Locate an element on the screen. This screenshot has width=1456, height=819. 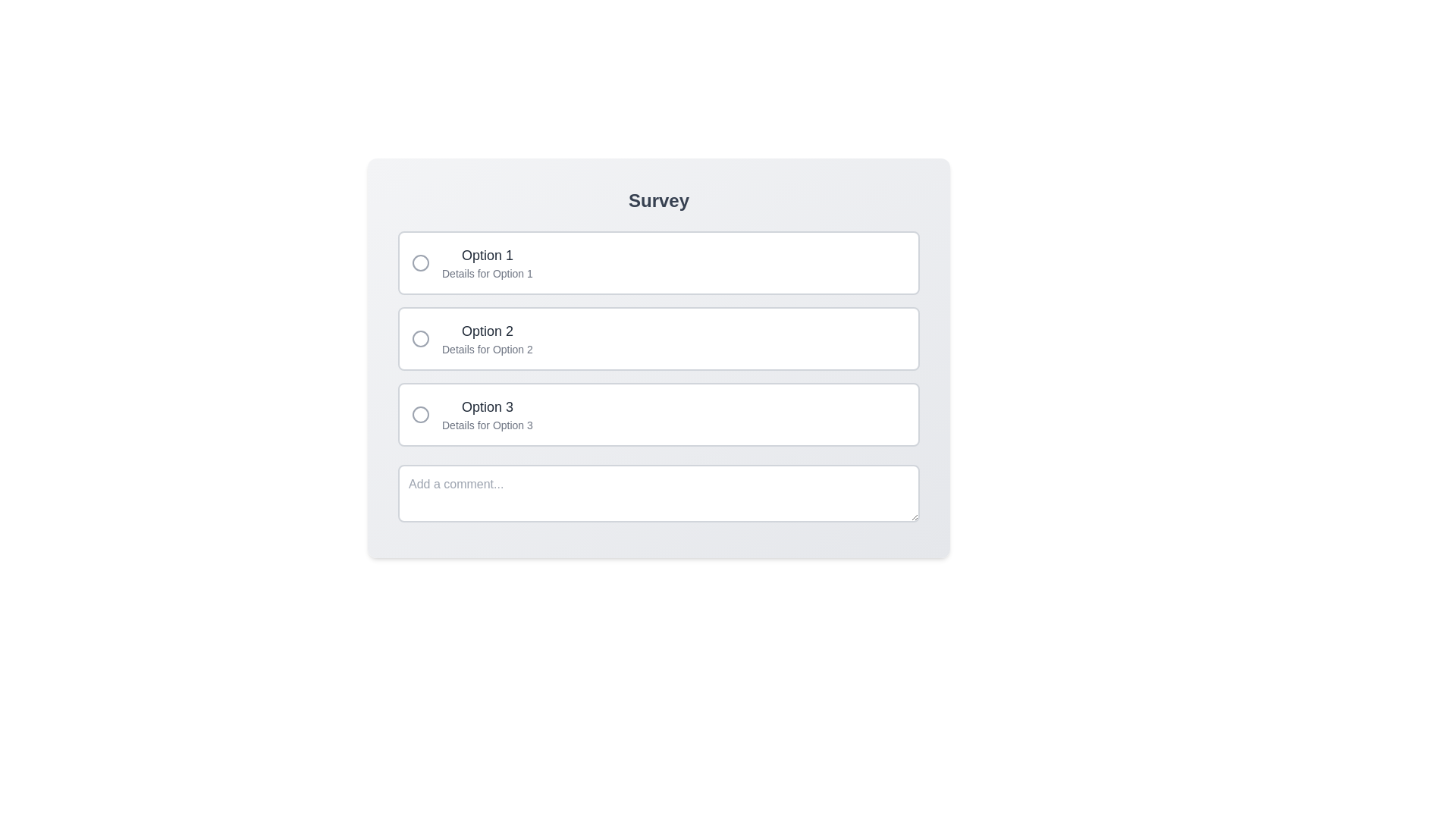
the circular radio button next to 'Option 1' in the survey interface is located at coordinates (421, 262).